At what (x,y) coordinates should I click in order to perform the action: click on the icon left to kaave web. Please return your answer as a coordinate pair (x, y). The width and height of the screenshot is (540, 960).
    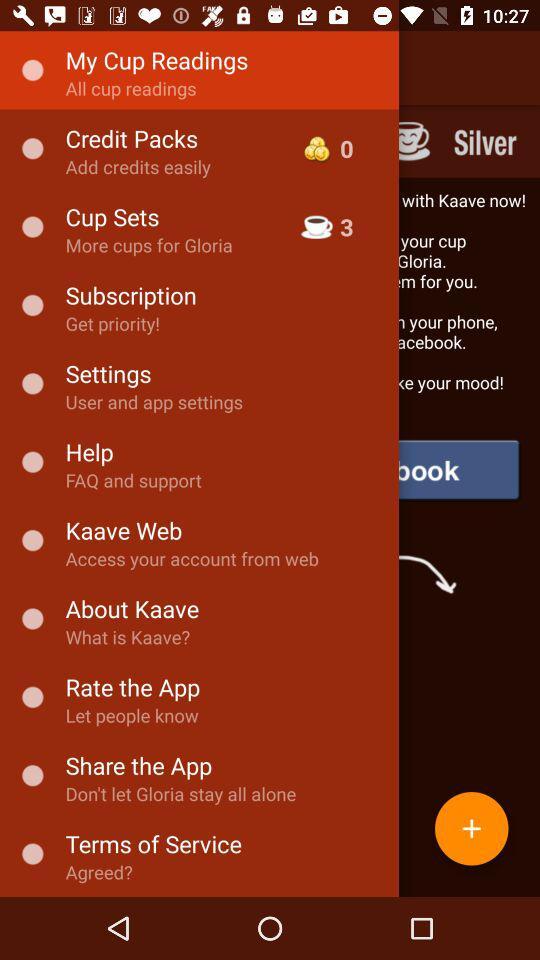
    Looking at the image, I should click on (31, 539).